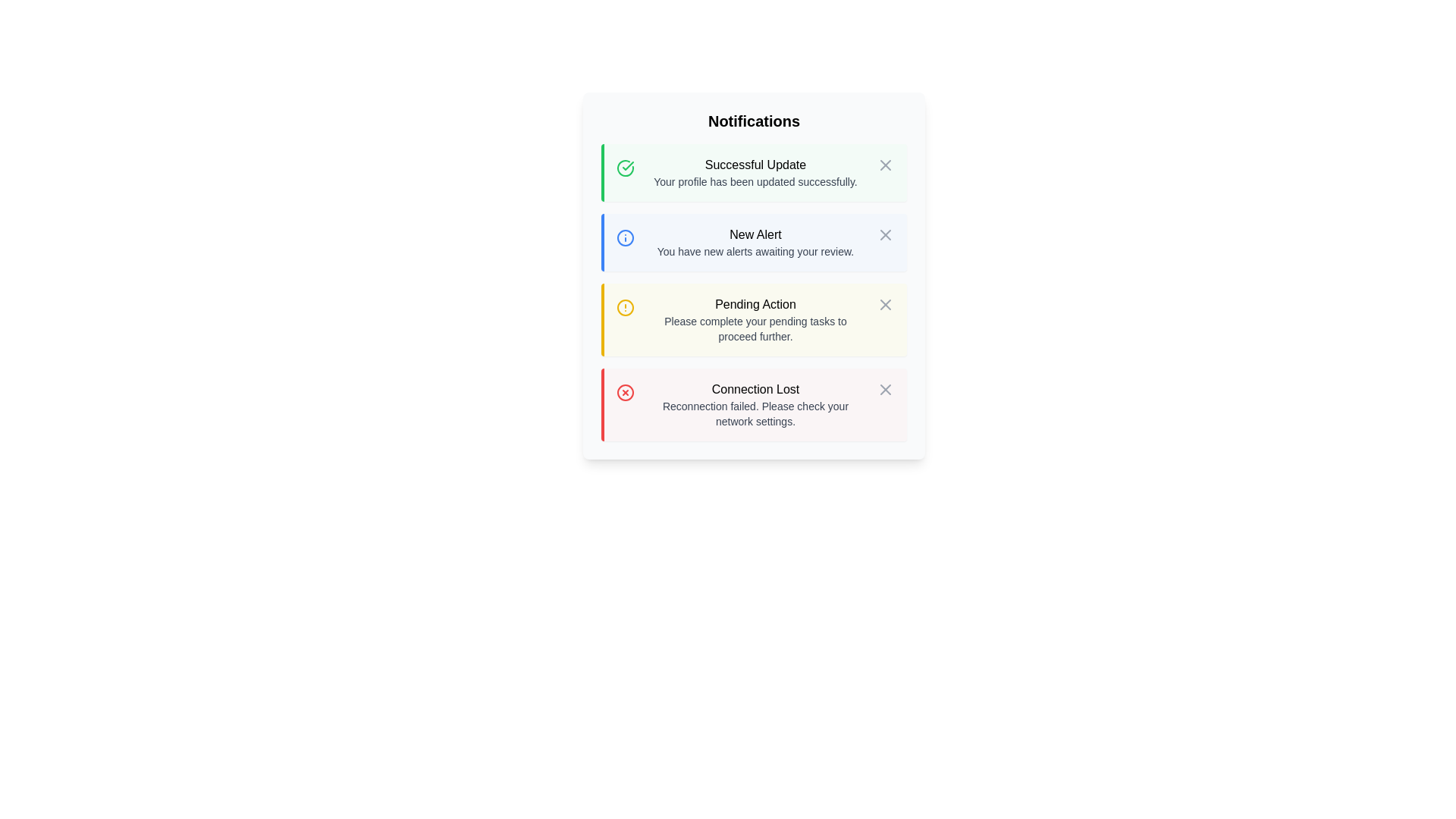  I want to click on the dismiss button icon (X) located to the right of the text 'Pending Action Please complete your pending tasks to proceed further.' on the yellow-highlighted notification to observe styling changes, so click(885, 304).